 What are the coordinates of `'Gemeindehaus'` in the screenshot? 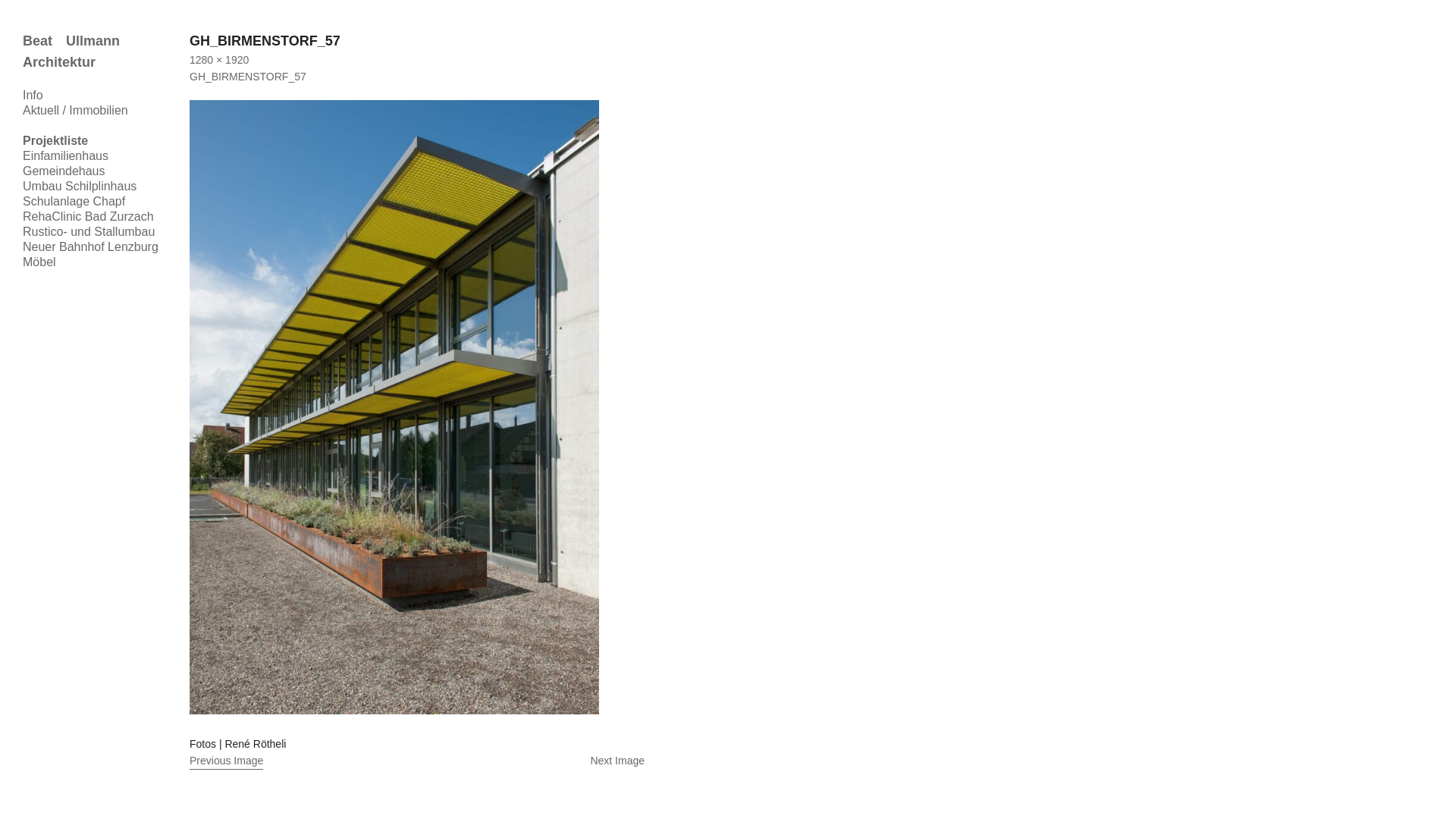 It's located at (63, 171).